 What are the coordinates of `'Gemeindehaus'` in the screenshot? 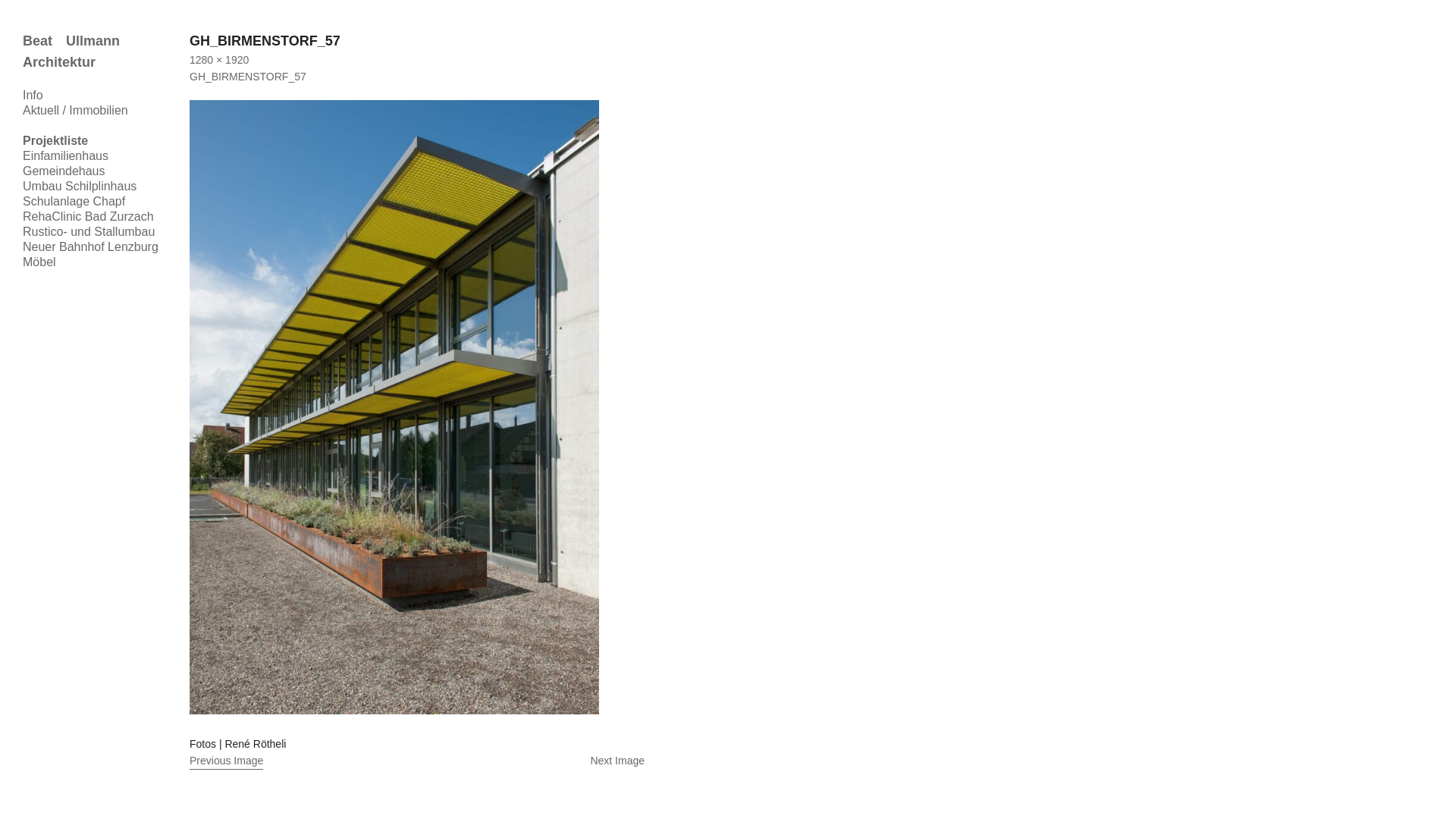 It's located at (63, 171).